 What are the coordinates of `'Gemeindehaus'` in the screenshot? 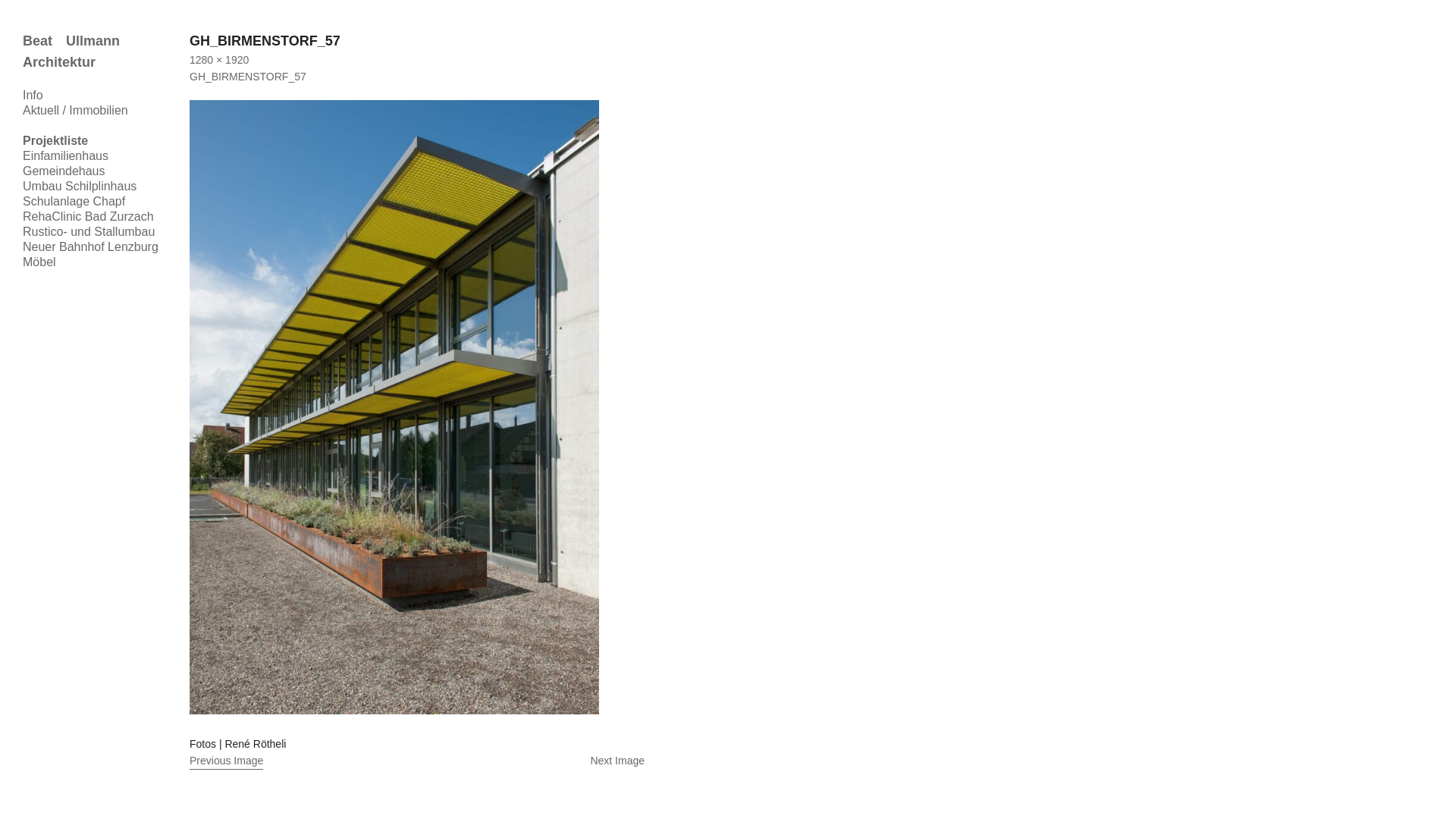 It's located at (63, 171).